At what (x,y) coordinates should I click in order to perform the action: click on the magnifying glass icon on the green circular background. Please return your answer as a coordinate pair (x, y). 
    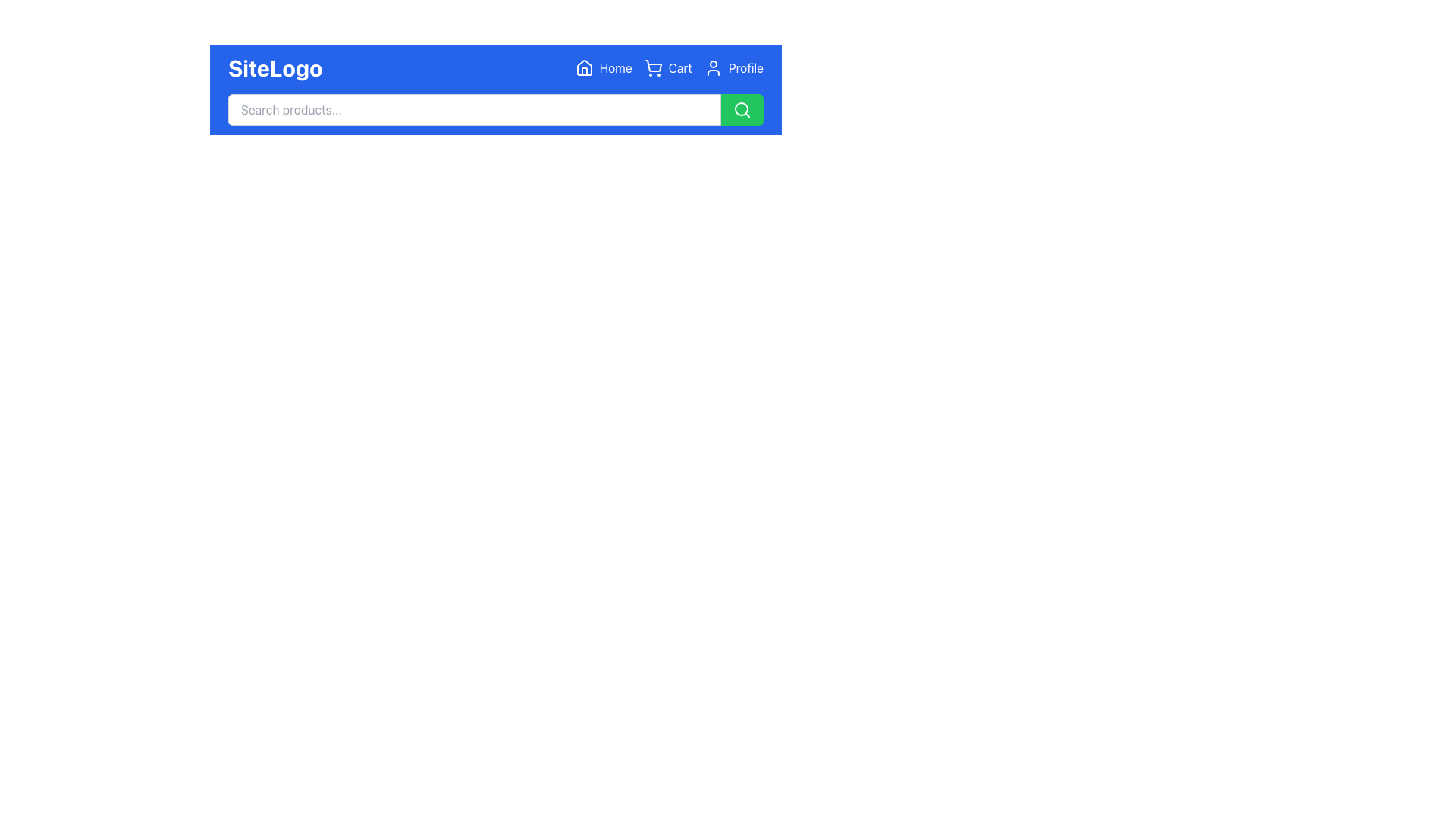
    Looking at the image, I should click on (742, 109).